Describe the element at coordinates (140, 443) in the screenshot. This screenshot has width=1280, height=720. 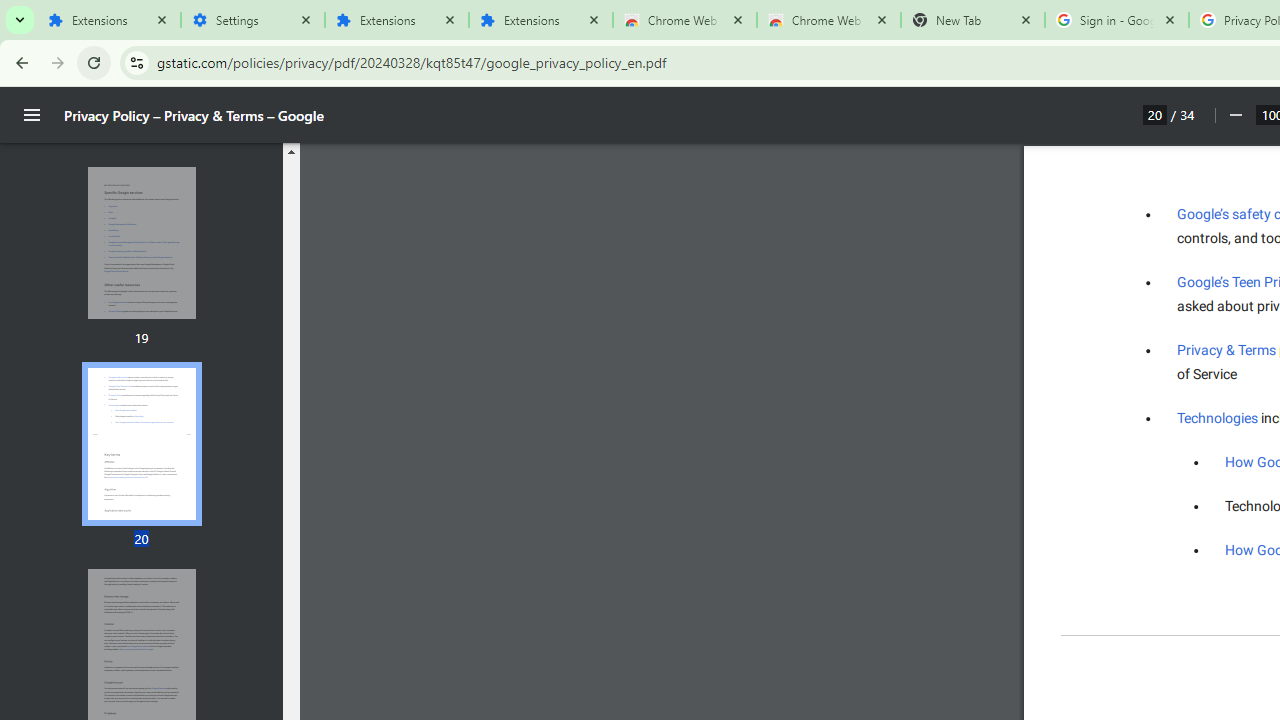
I see `'Thumbnail for page 20'` at that location.